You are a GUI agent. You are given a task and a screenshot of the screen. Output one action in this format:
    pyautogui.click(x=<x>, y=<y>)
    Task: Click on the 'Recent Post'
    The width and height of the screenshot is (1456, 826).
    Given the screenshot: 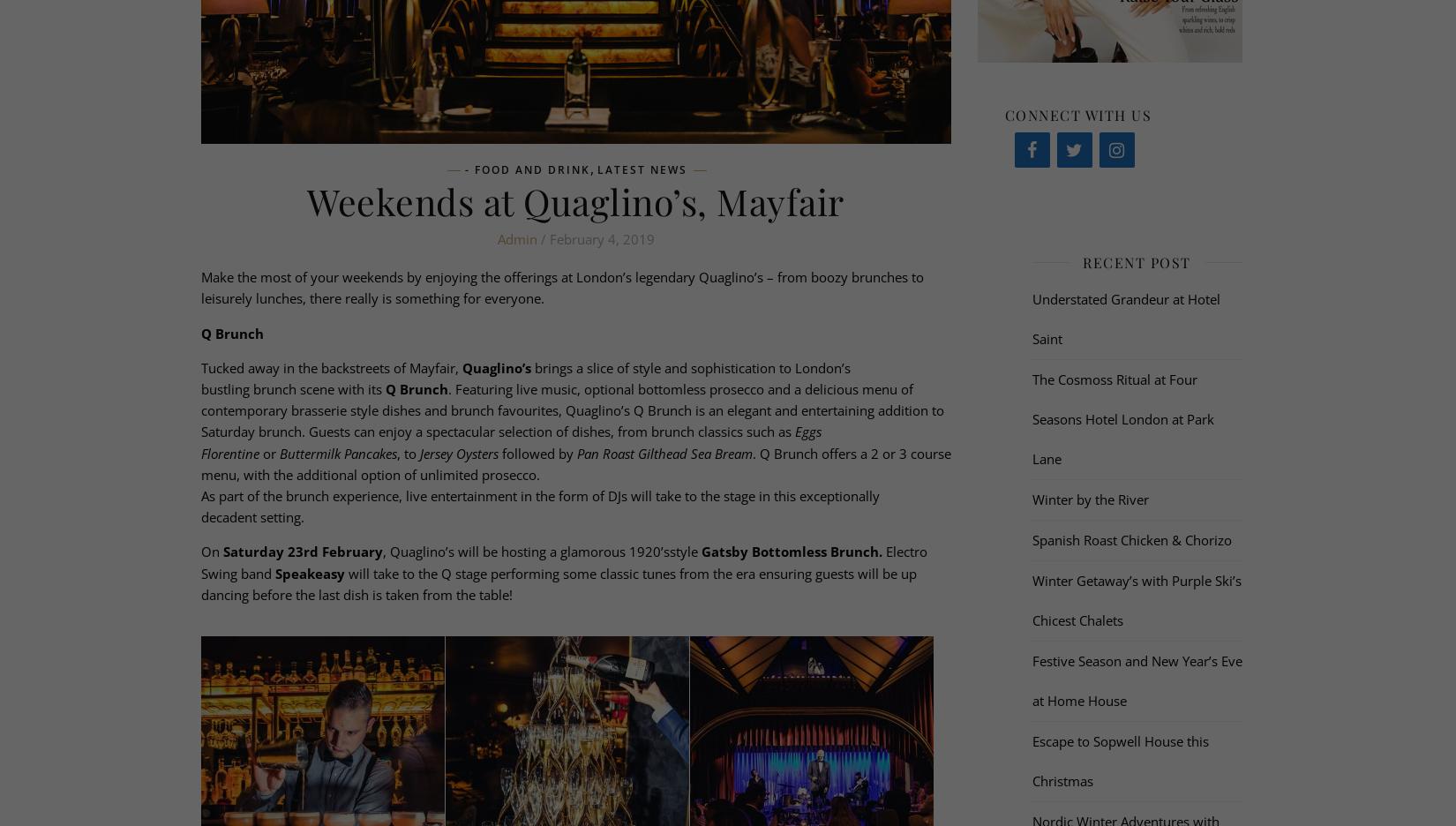 What is the action you would take?
    pyautogui.click(x=1135, y=261)
    